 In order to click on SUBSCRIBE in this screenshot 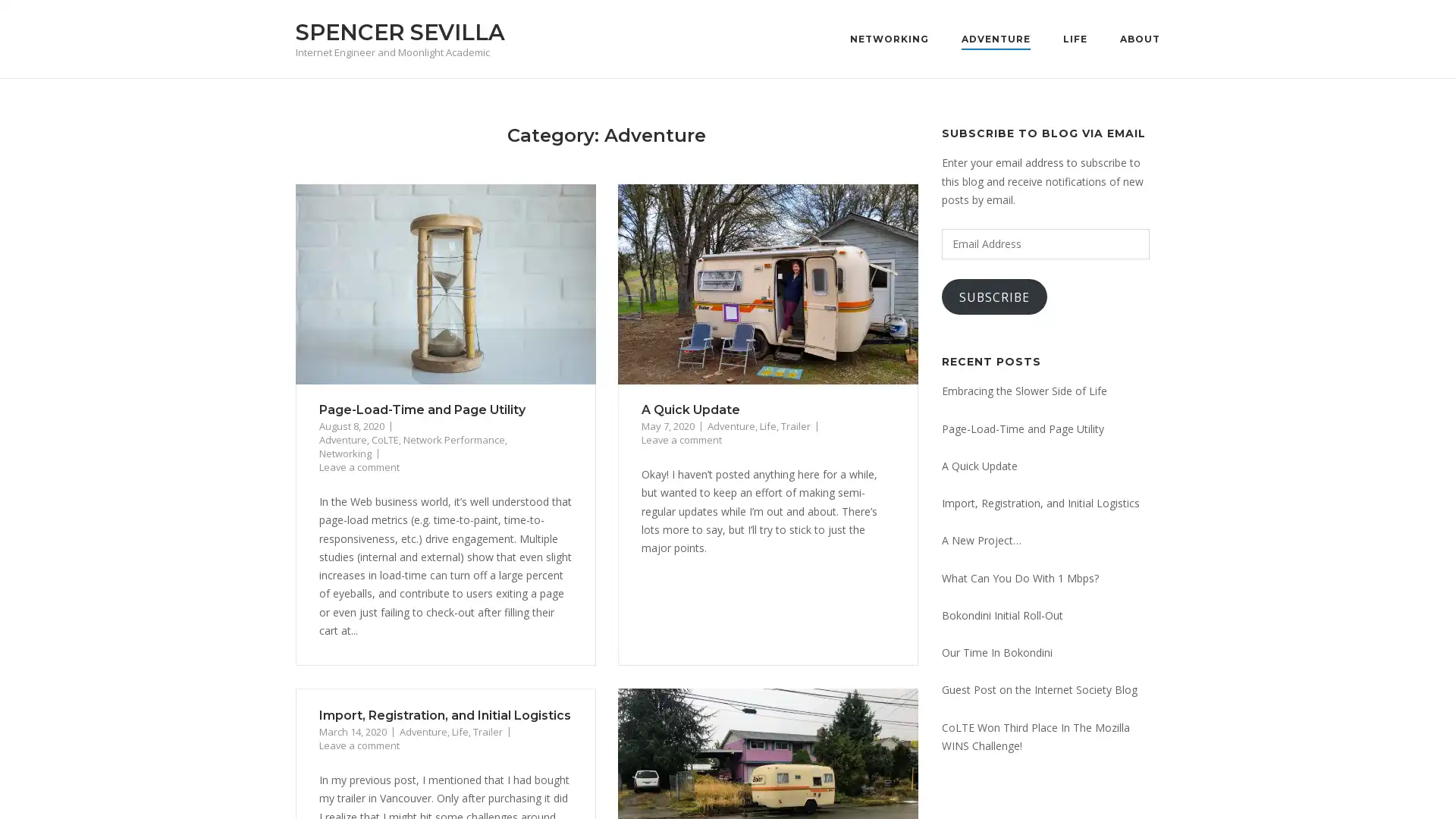, I will do `click(994, 297)`.